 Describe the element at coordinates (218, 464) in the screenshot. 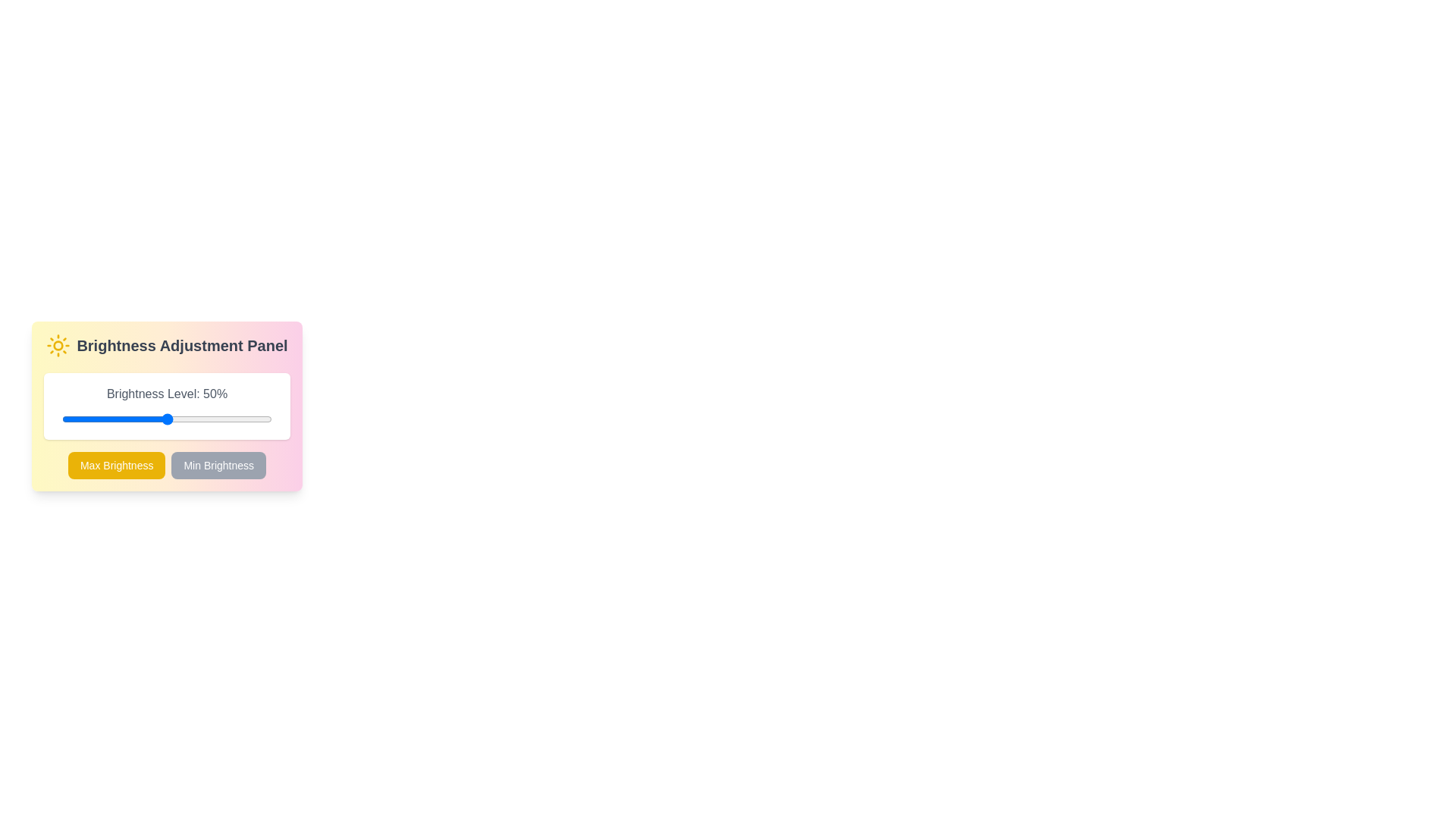

I see `the button labeled Min Brightness` at that location.